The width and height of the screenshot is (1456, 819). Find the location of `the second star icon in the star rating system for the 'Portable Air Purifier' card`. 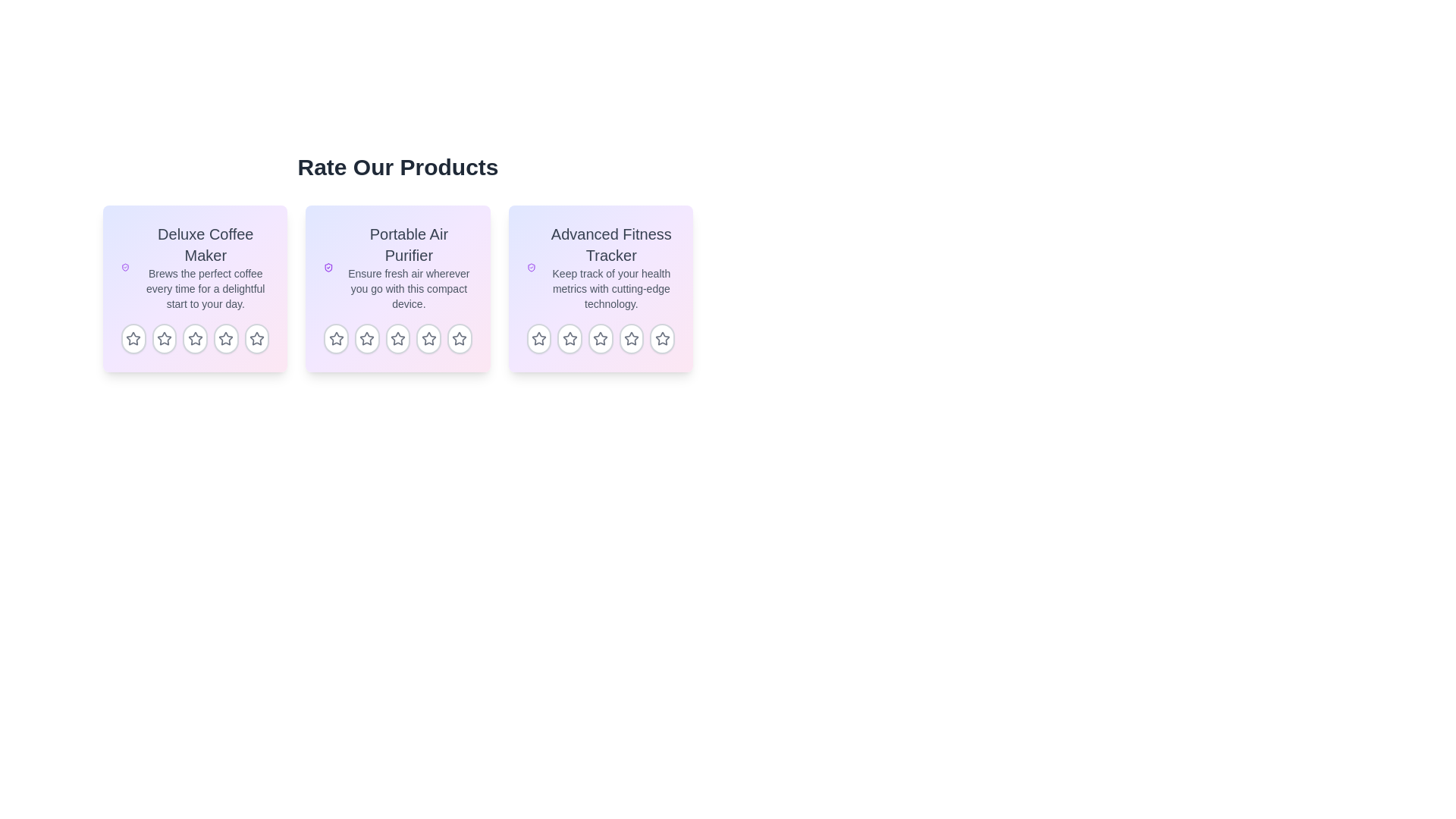

the second star icon in the star rating system for the 'Portable Air Purifier' card is located at coordinates (397, 338).